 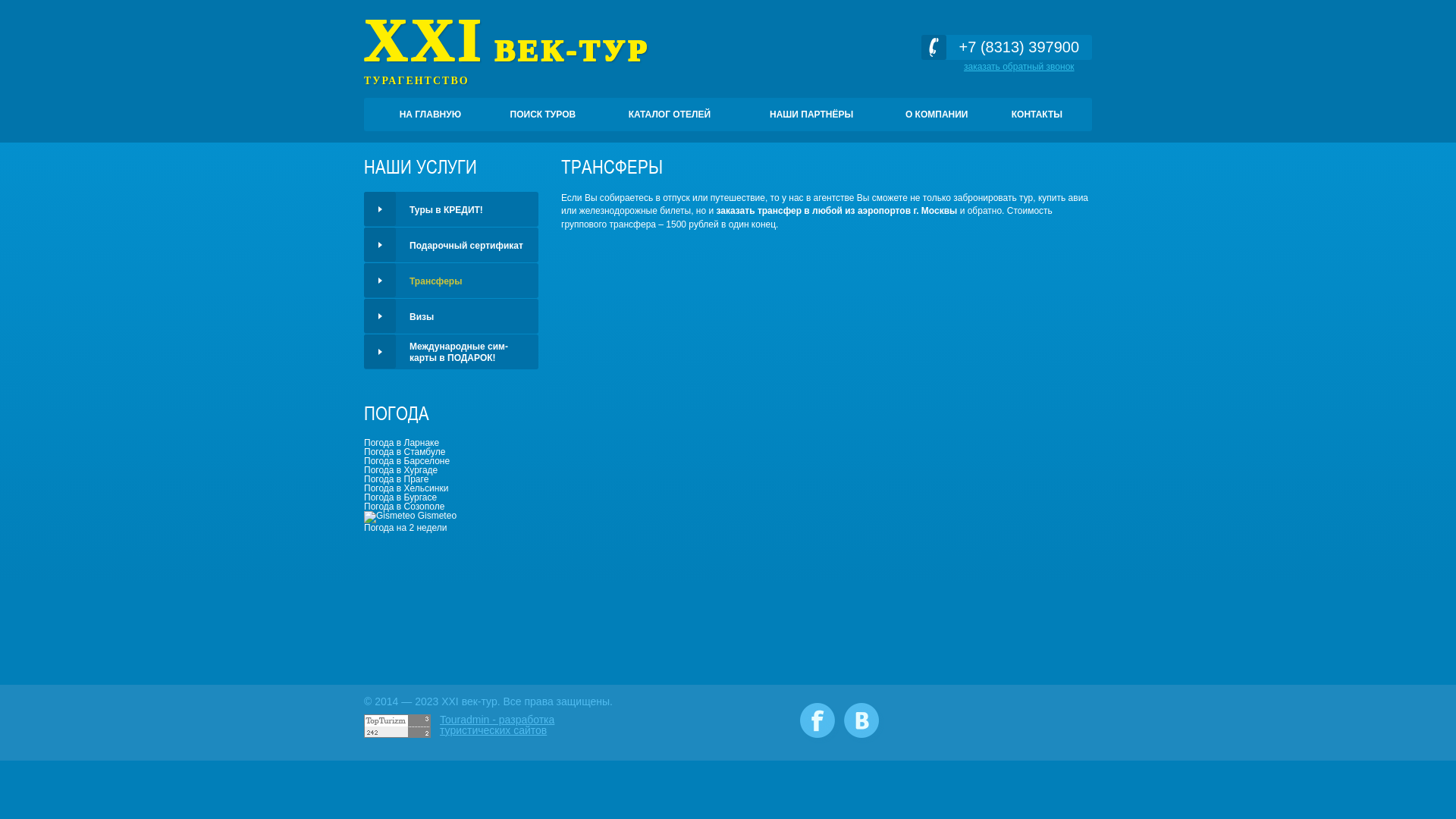 What do you see at coordinates (389, 516) in the screenshot?
I see `'Gismeteo'` at bounding box center [389, 516].